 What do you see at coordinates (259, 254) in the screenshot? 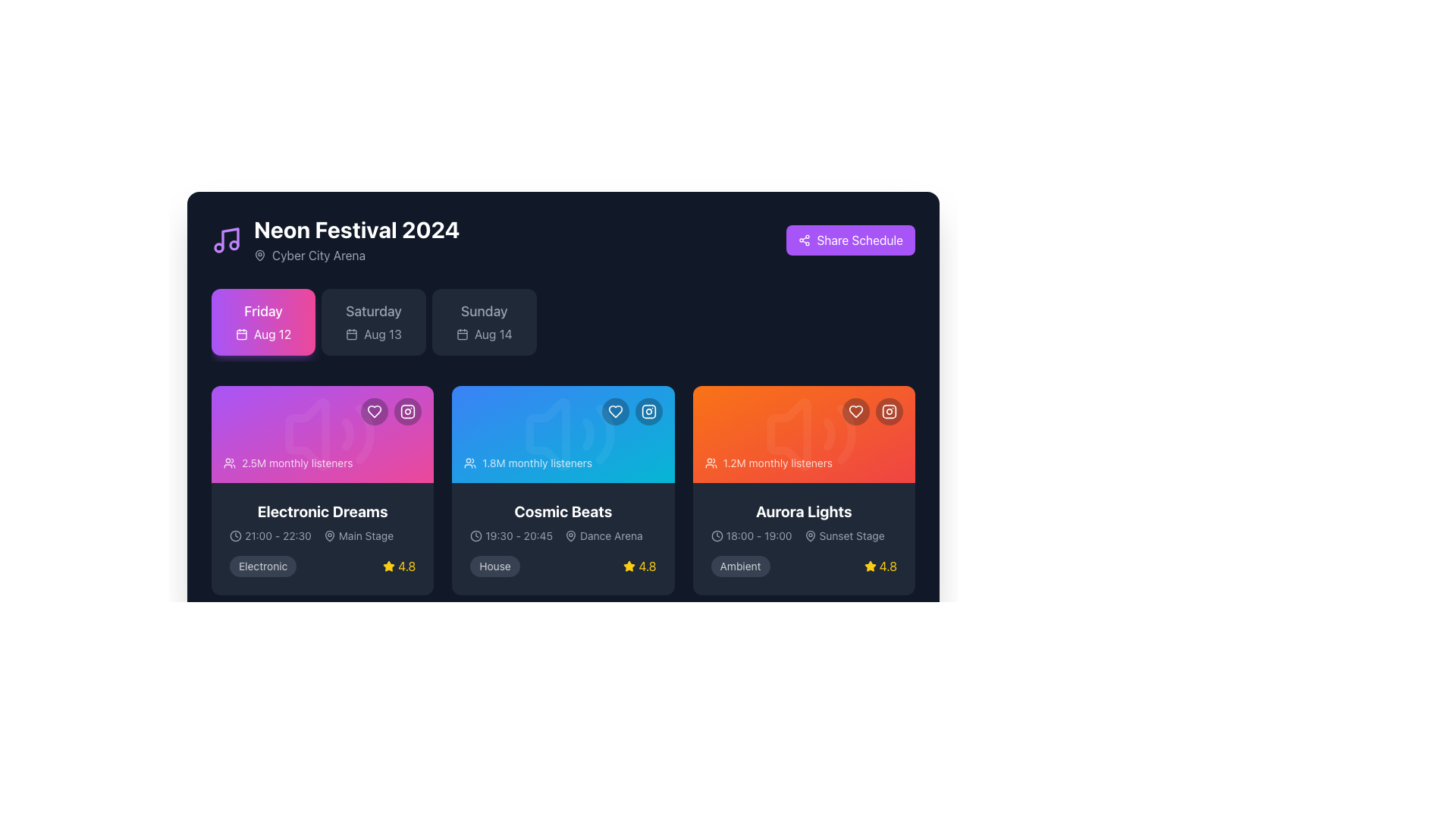
I see `the map pin icon, which is an outline entity with rounded edges, displayed in gray, located to the left of the text 'Cyber City Arena' in the top section of the interface` at bounding box center [259, 254].